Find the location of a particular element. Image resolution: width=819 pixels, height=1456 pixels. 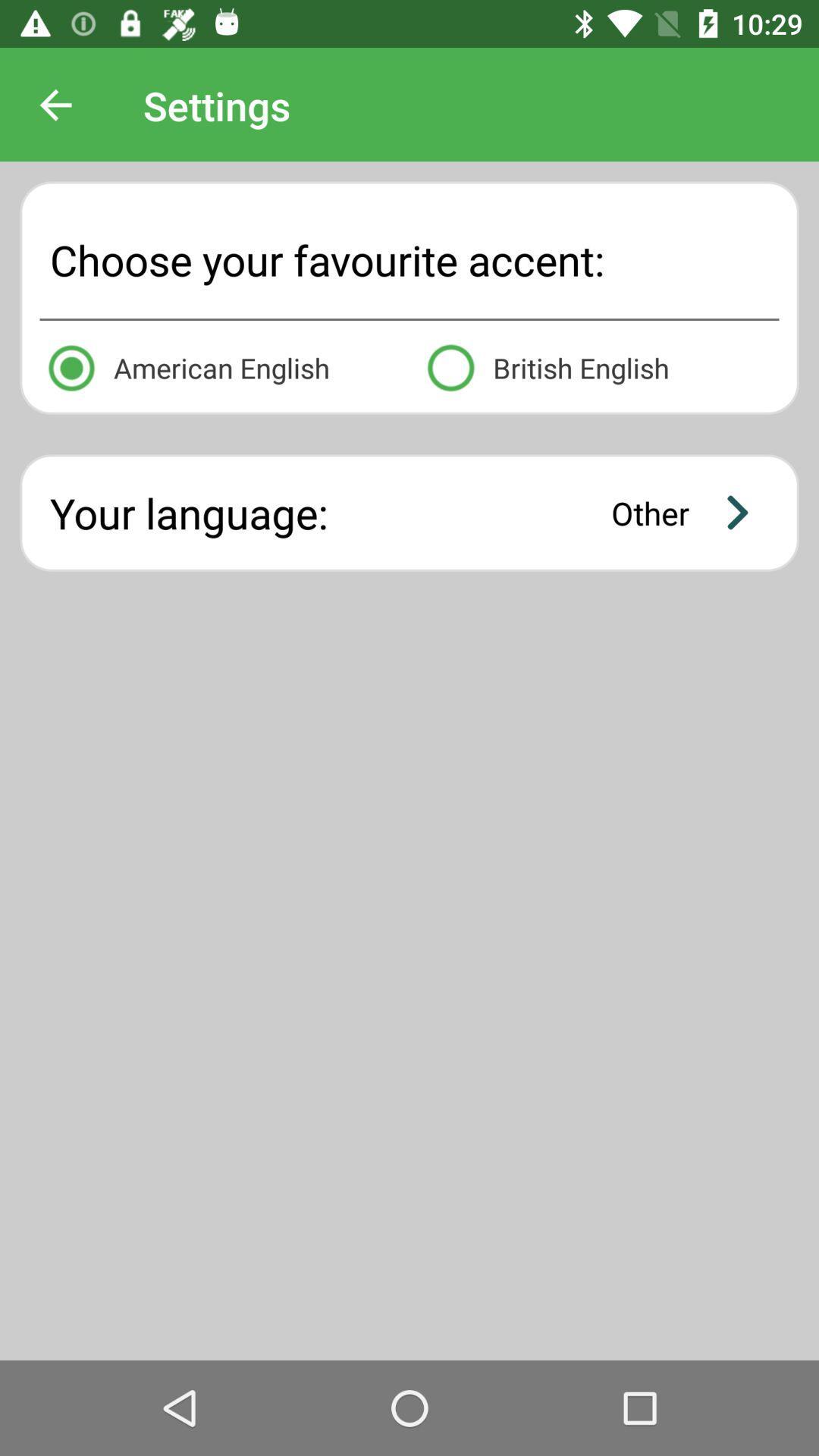

british english icon is located at coordinates (598, 365).